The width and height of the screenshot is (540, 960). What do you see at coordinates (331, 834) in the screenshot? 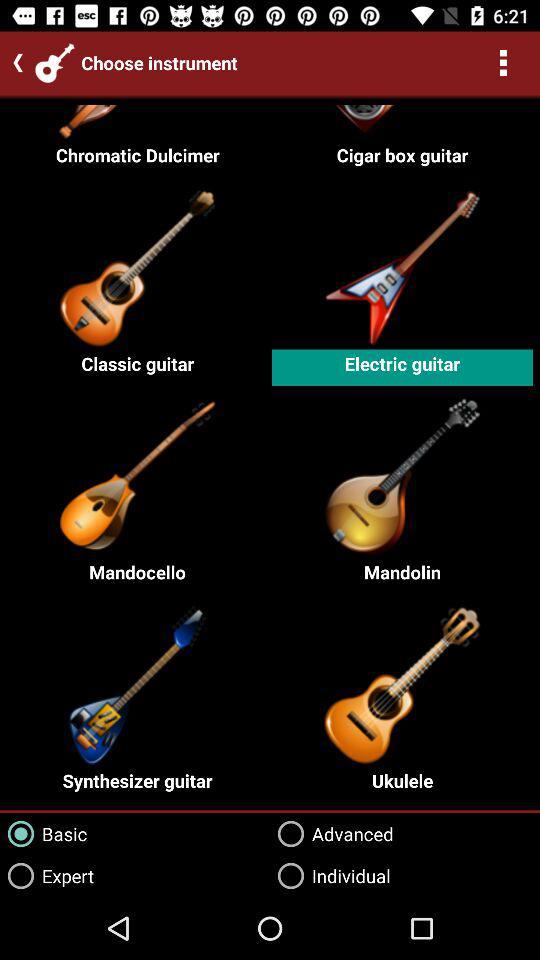
I see `the advanced` at bounding box center [331, 834].